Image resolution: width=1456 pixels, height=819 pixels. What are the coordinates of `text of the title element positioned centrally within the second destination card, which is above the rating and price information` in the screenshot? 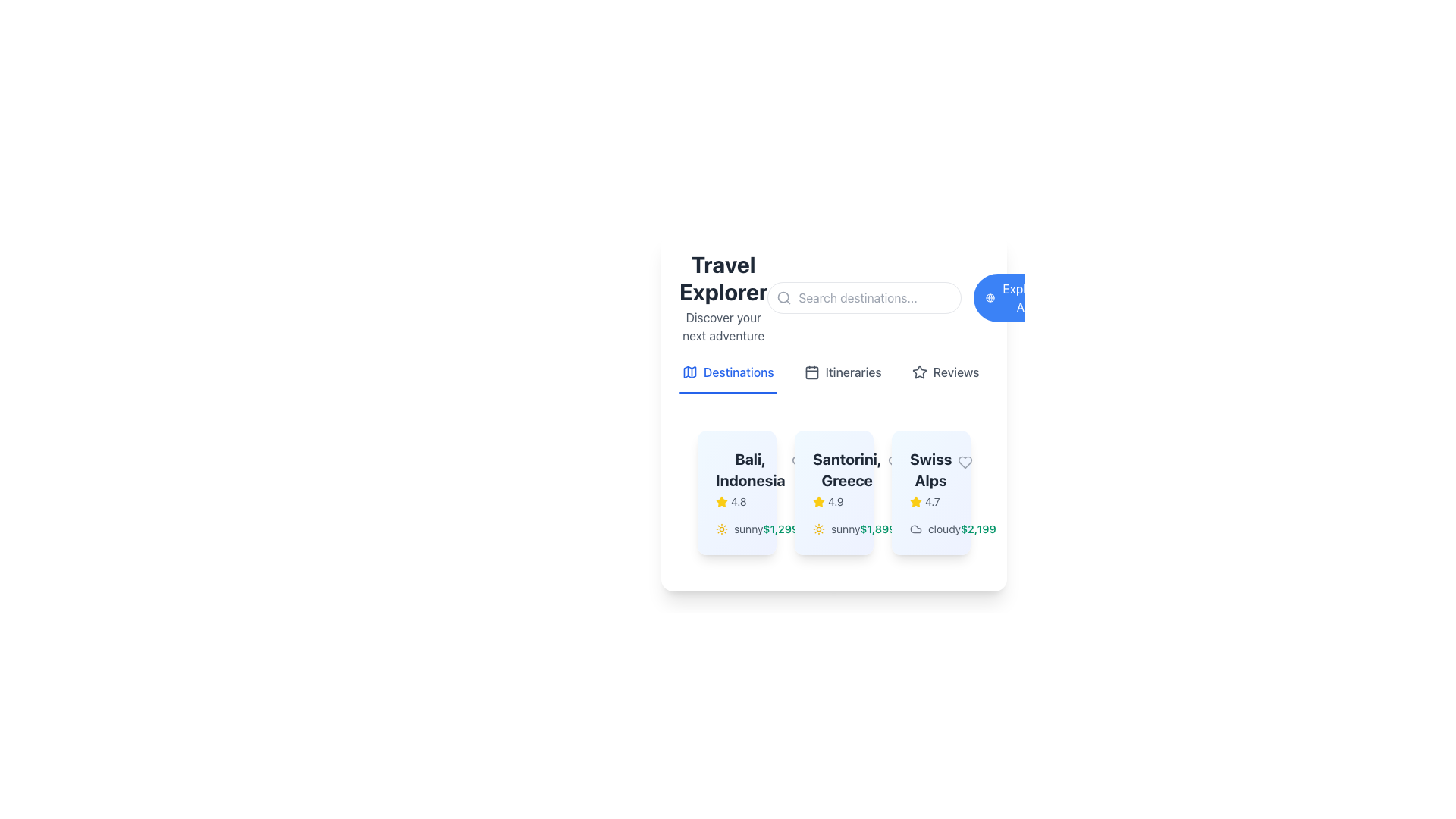 It's located at (846, 469).